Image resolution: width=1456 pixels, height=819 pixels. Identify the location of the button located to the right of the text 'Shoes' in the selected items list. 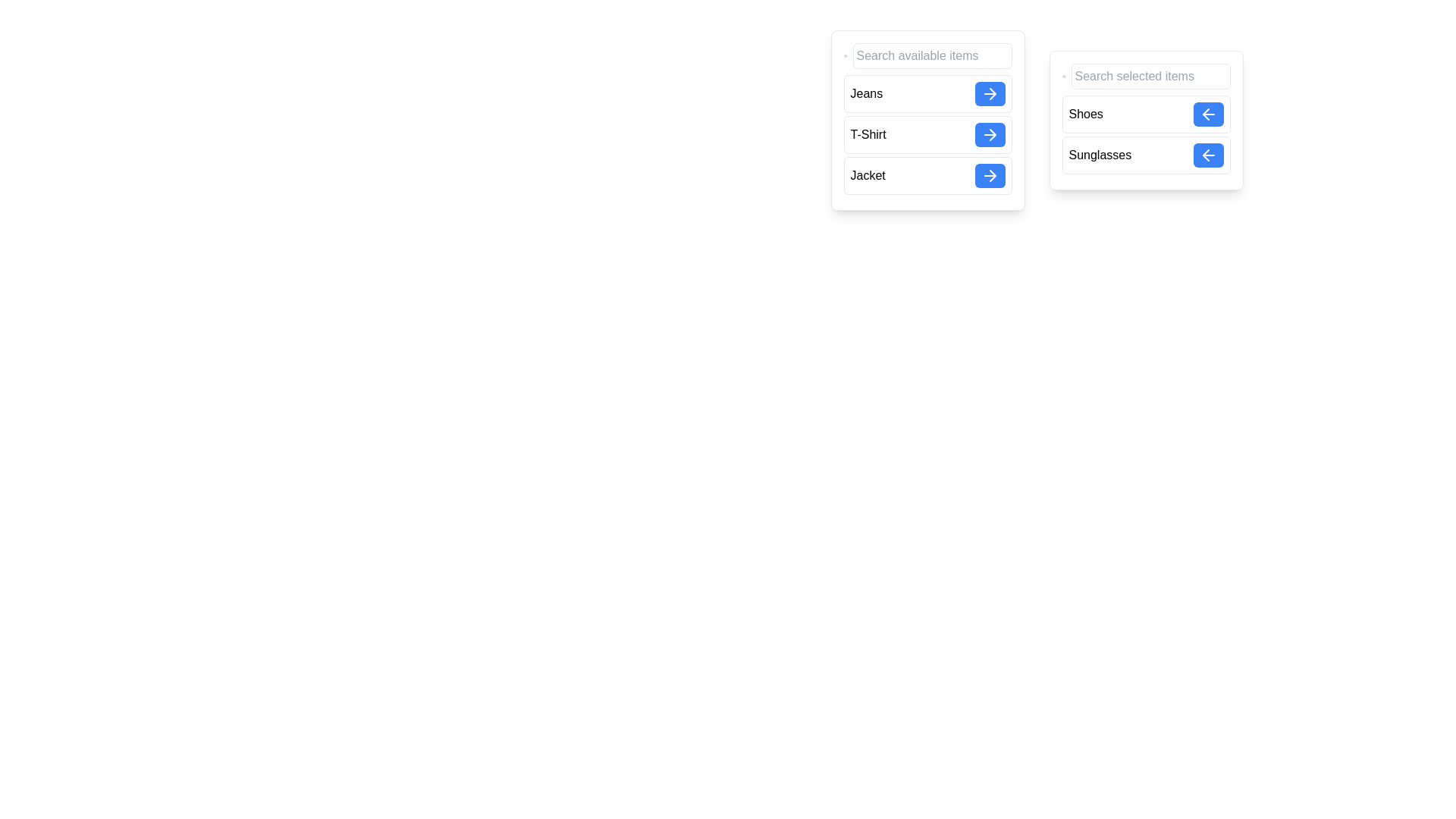
(1207, 113).